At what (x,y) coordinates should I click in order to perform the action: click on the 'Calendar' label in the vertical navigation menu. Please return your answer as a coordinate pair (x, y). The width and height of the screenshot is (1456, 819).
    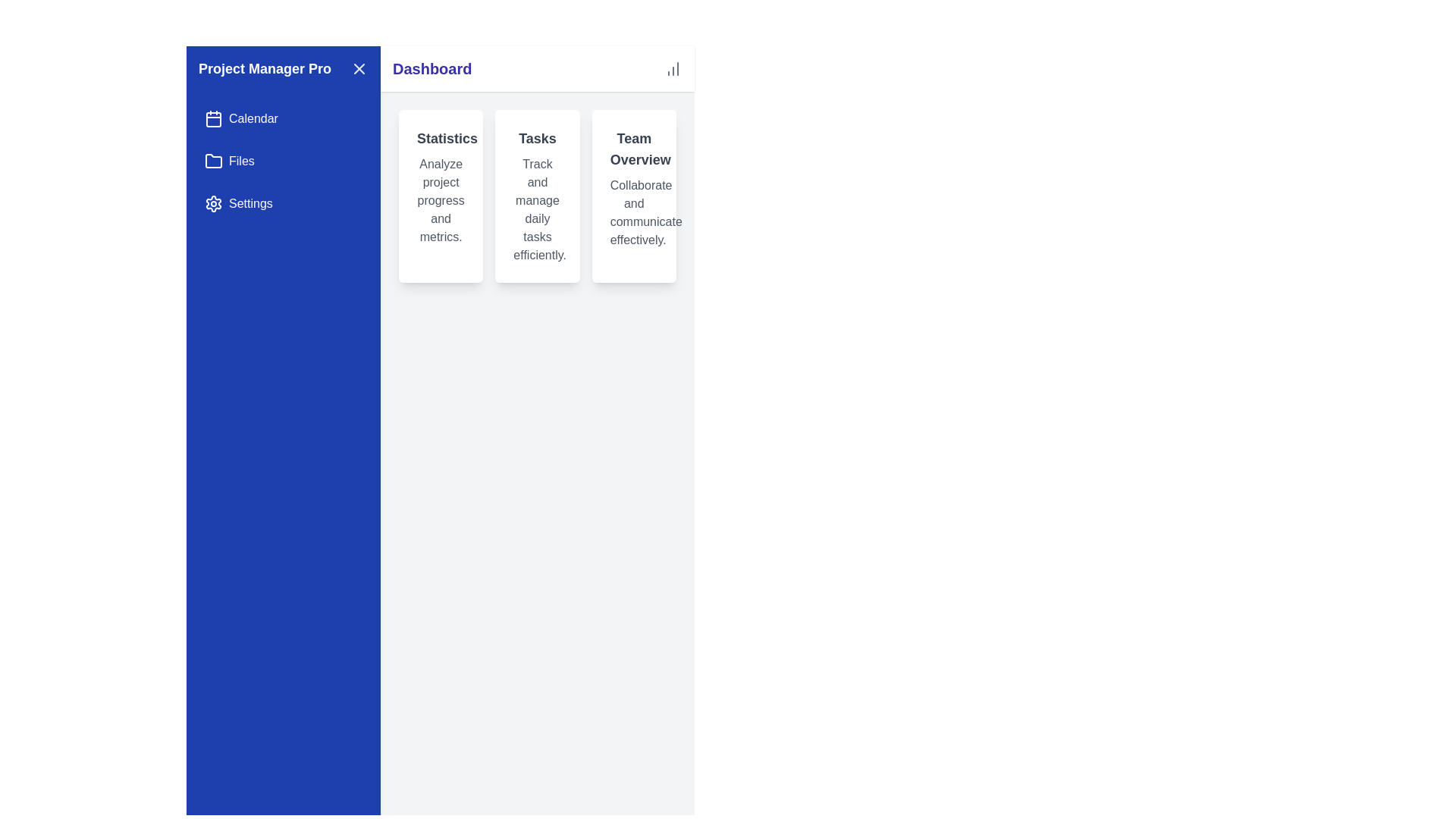
    Looking at the image, I should click on (253, 118).